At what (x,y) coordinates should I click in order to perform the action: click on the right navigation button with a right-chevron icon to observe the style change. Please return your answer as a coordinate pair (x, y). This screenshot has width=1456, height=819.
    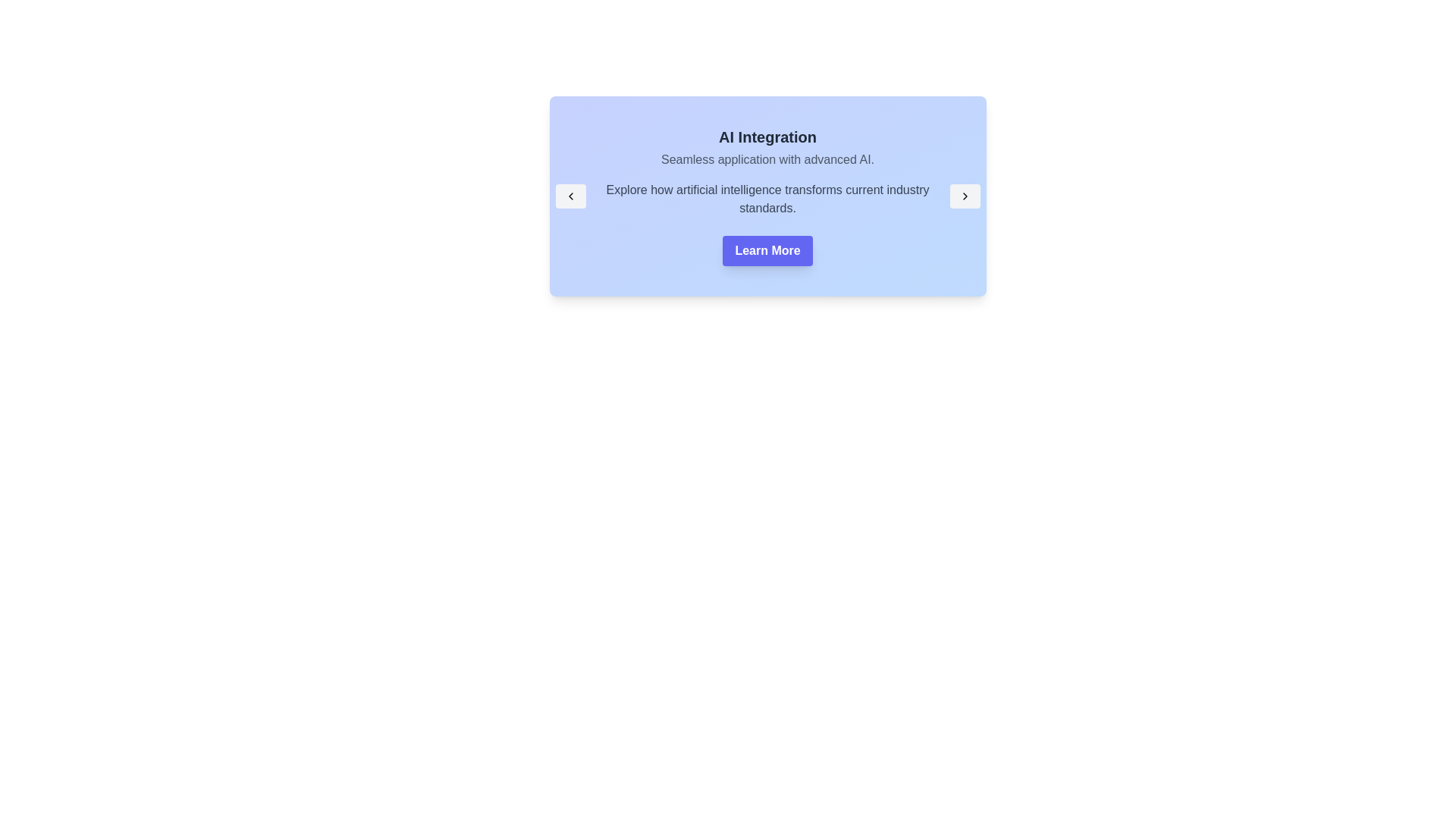
    Looking at the image, I should click on (964, 195).